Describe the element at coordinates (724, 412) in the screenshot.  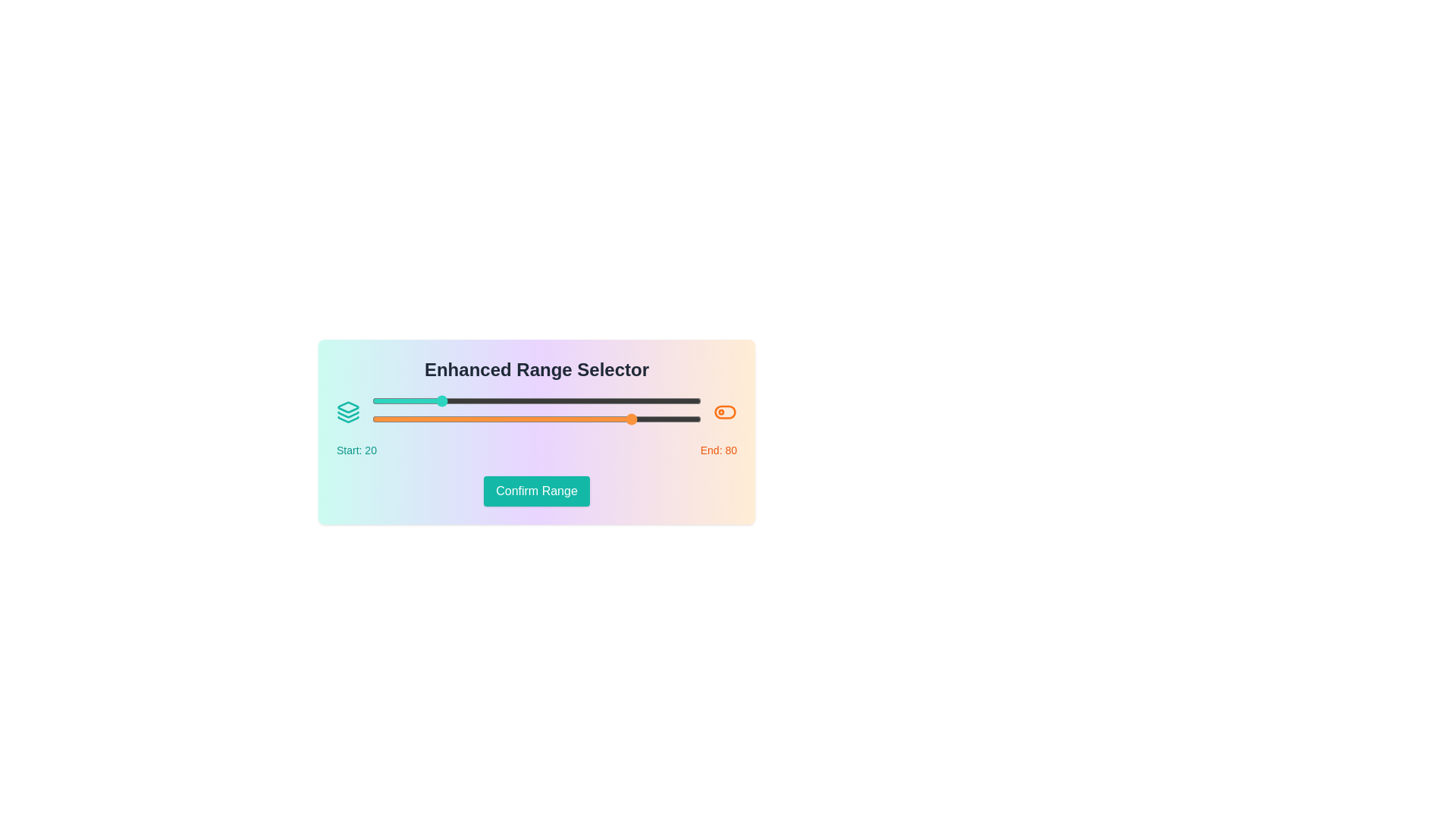
I see `the orange toggle switch located on the right side of the central interface frame` at that location.